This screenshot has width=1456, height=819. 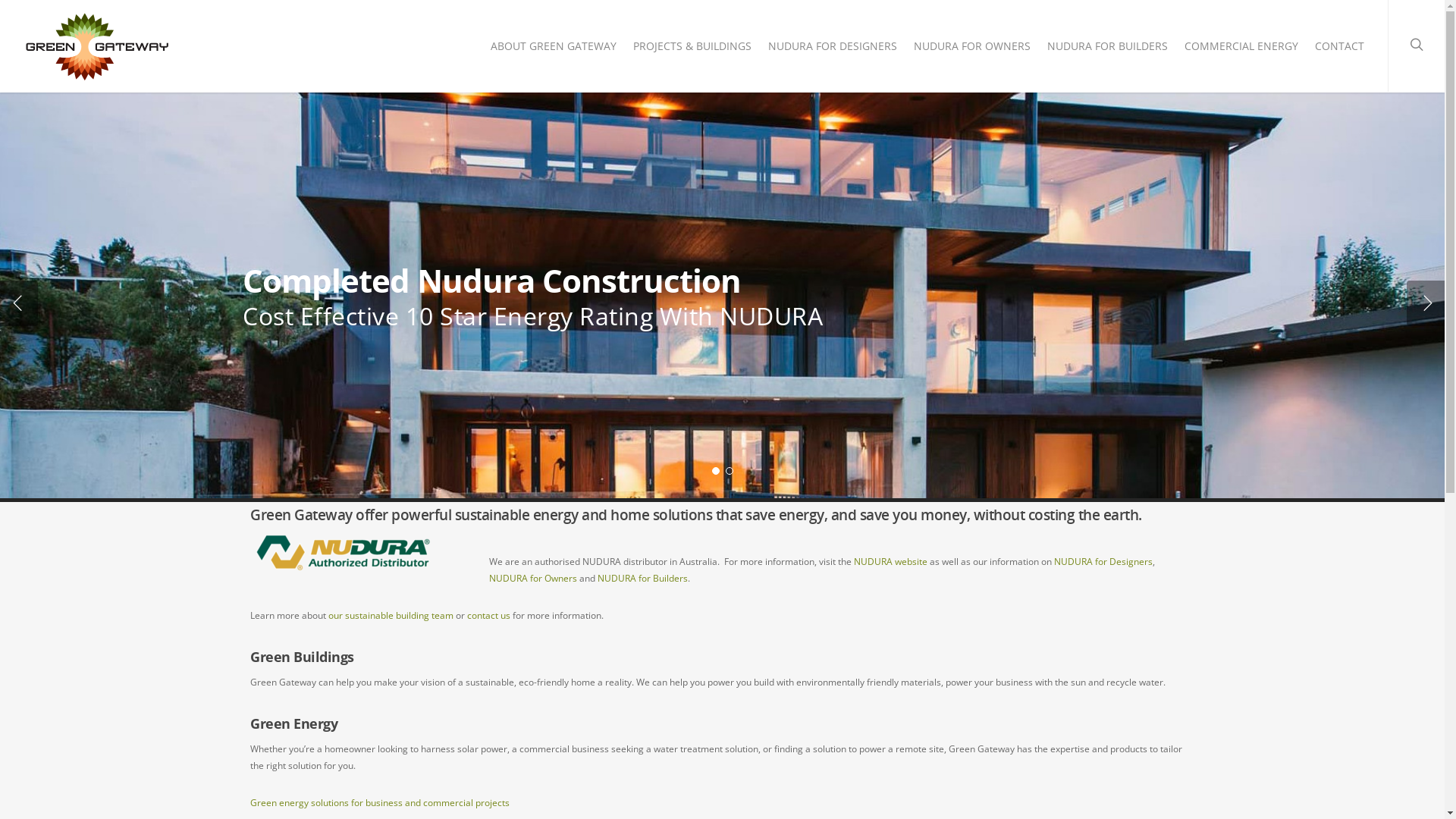 What do you see at coordinates (1107, 49) in the screenshot?
I see `'NUDURA FOR BUILDERS'` at bounding box center [1107, 49].